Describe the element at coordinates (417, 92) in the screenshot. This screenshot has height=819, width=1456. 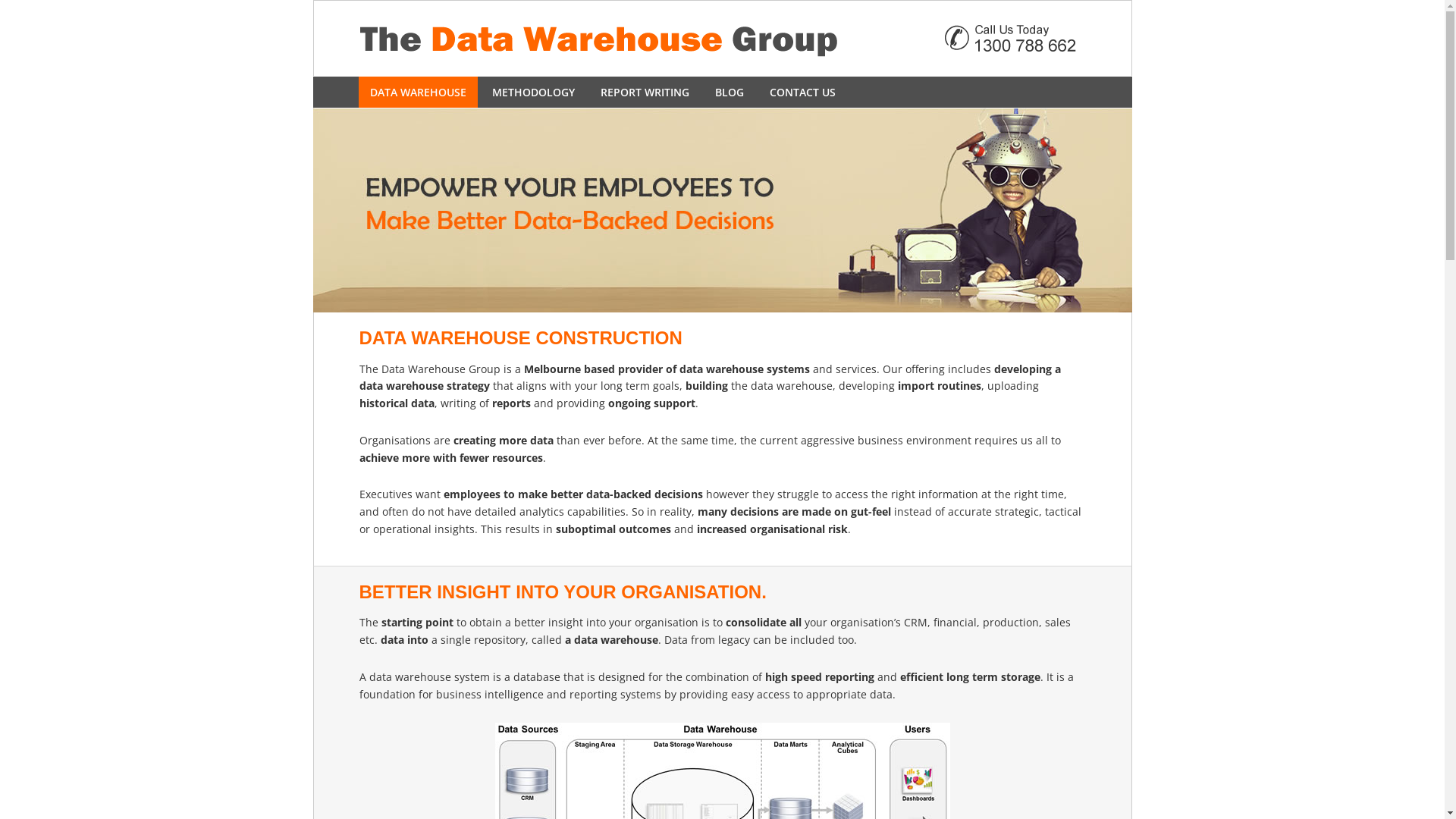
I see `'DATA WAREHOUSE'` at that location.